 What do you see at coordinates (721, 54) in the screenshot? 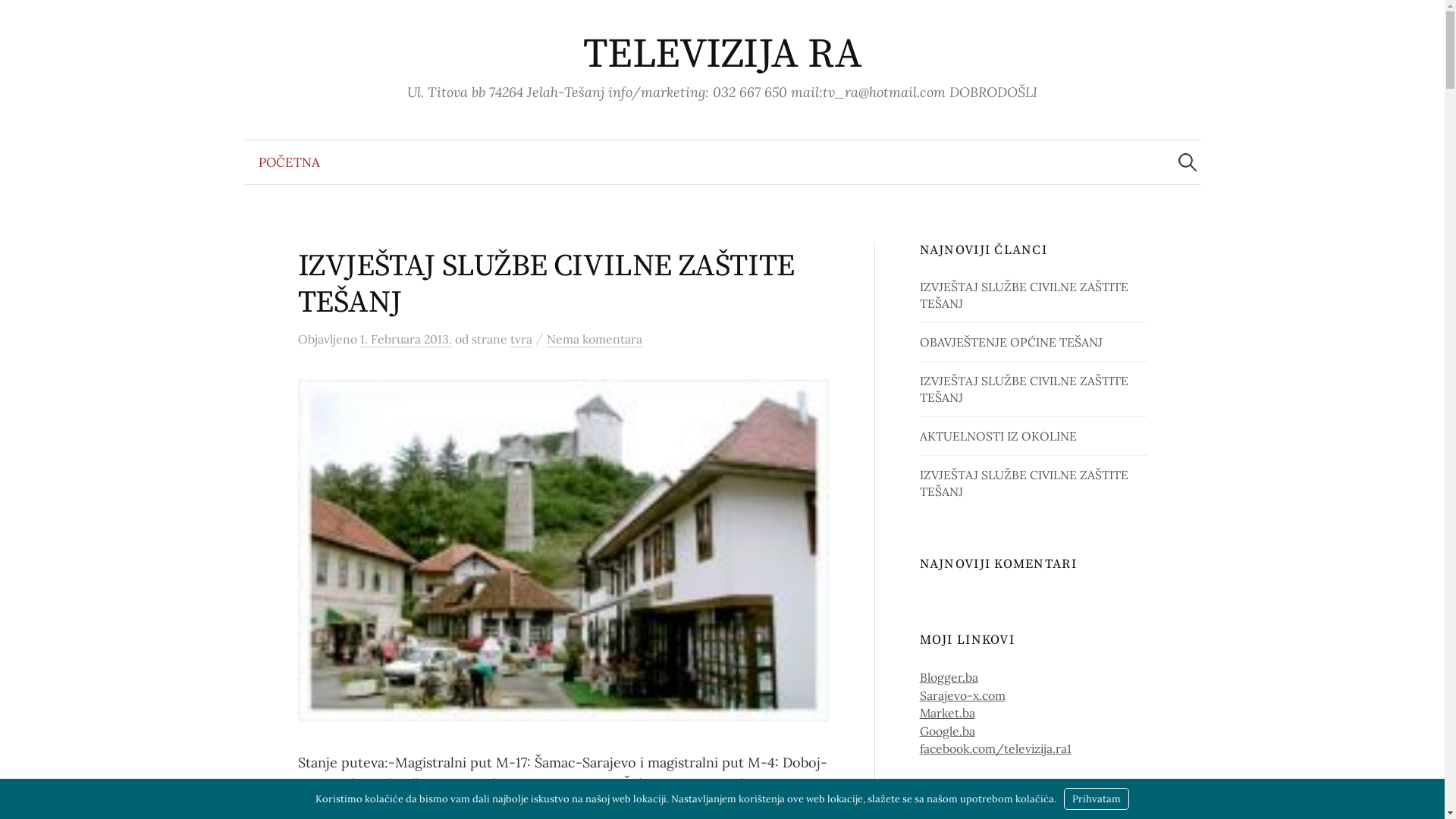
I see `'TELEVIZIJA RA'` at bounding box center [721, 54].